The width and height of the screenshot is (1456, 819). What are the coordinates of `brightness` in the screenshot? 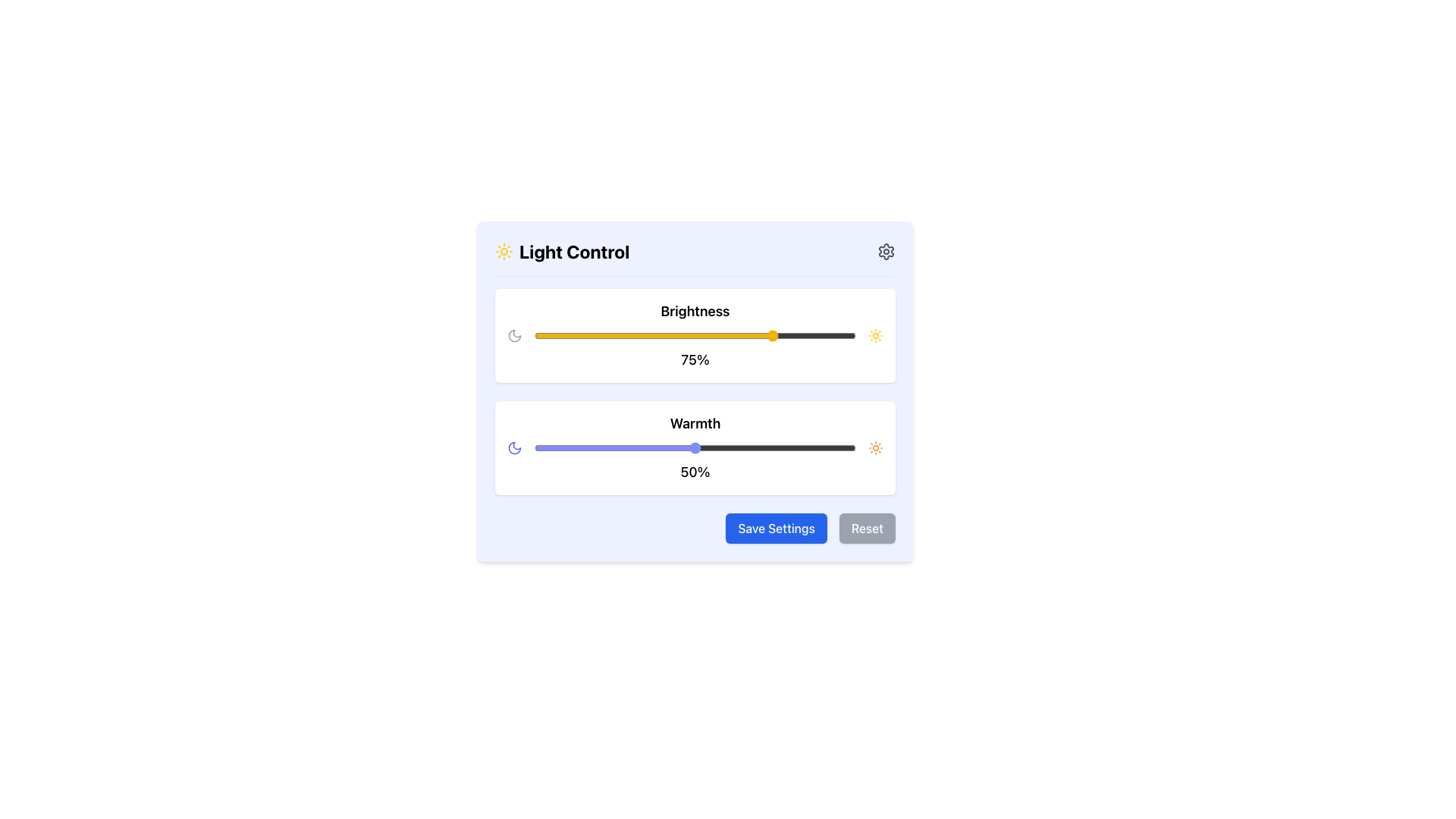 It's located at (723, 335).